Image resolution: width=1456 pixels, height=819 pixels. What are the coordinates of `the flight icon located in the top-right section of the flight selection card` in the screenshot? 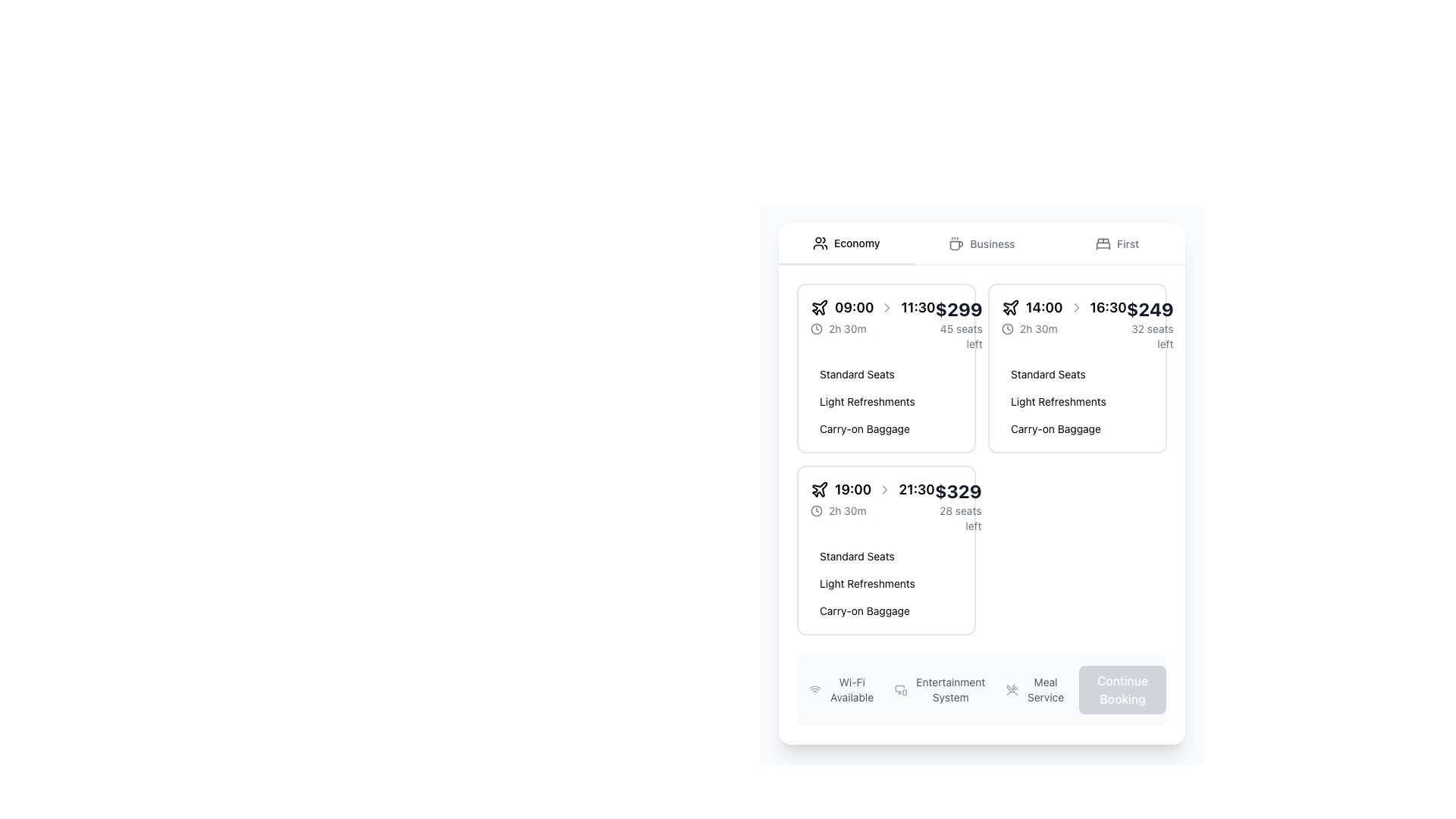 It's located at (819, 307).